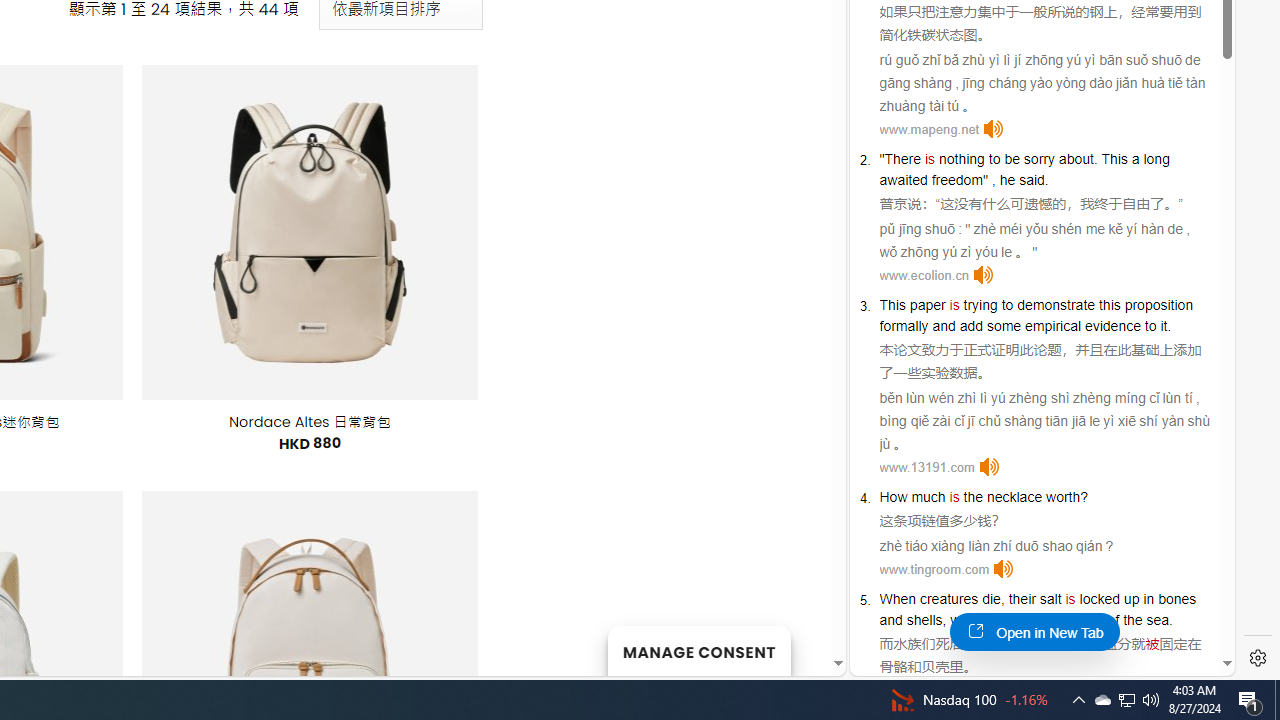 This screenshot has width=1280, height=720. Describe the element at coordinates (891, 304) in the screenshot. I see `'This'` at that location.